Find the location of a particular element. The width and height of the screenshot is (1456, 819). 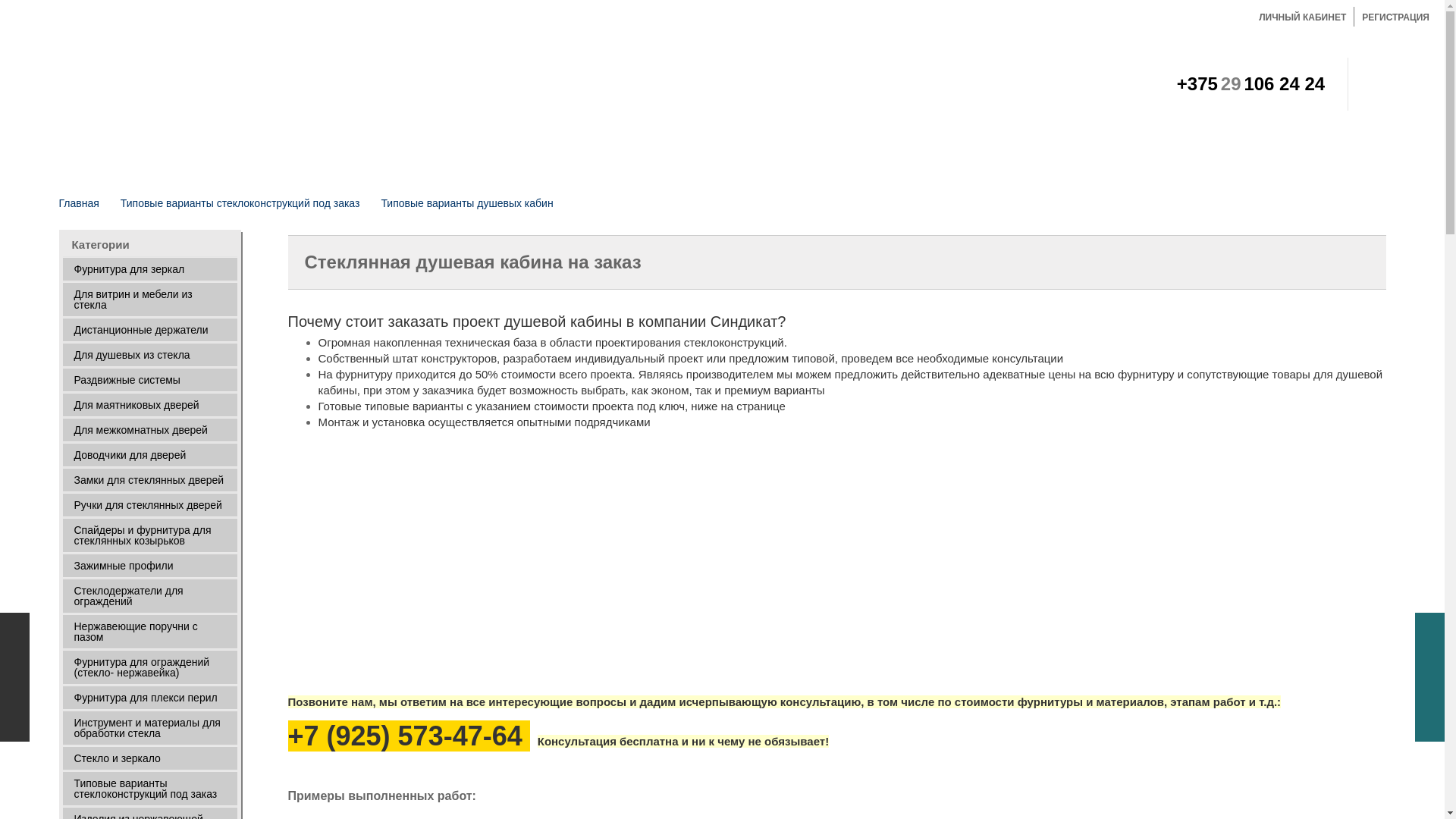

'+375 29 106 24 24' is located at coordinates (1175, 86).